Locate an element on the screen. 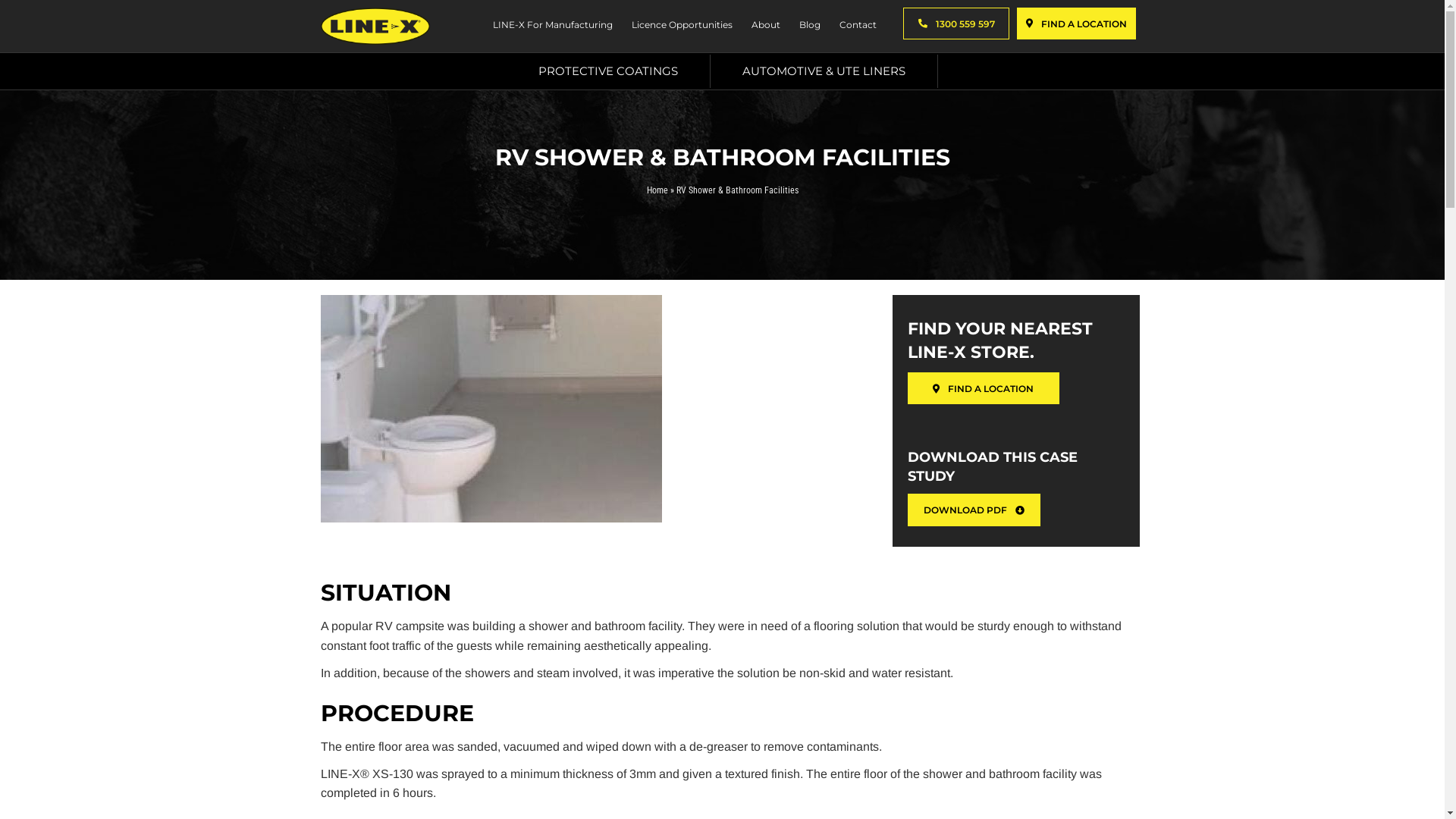  'Home' is located at coordinates (656, 189).